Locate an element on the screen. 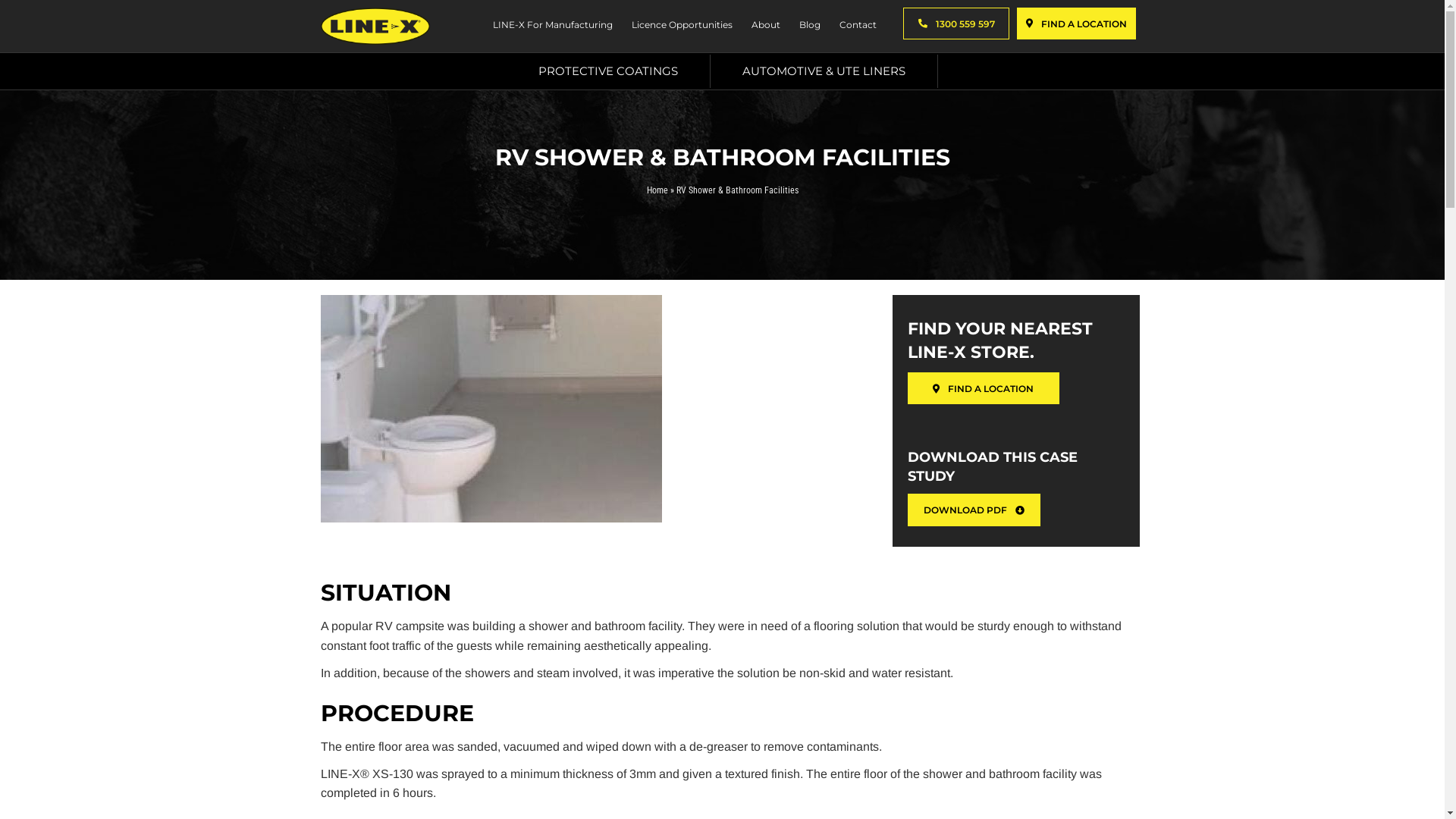  'Home' is located at coordinates (656, 189).